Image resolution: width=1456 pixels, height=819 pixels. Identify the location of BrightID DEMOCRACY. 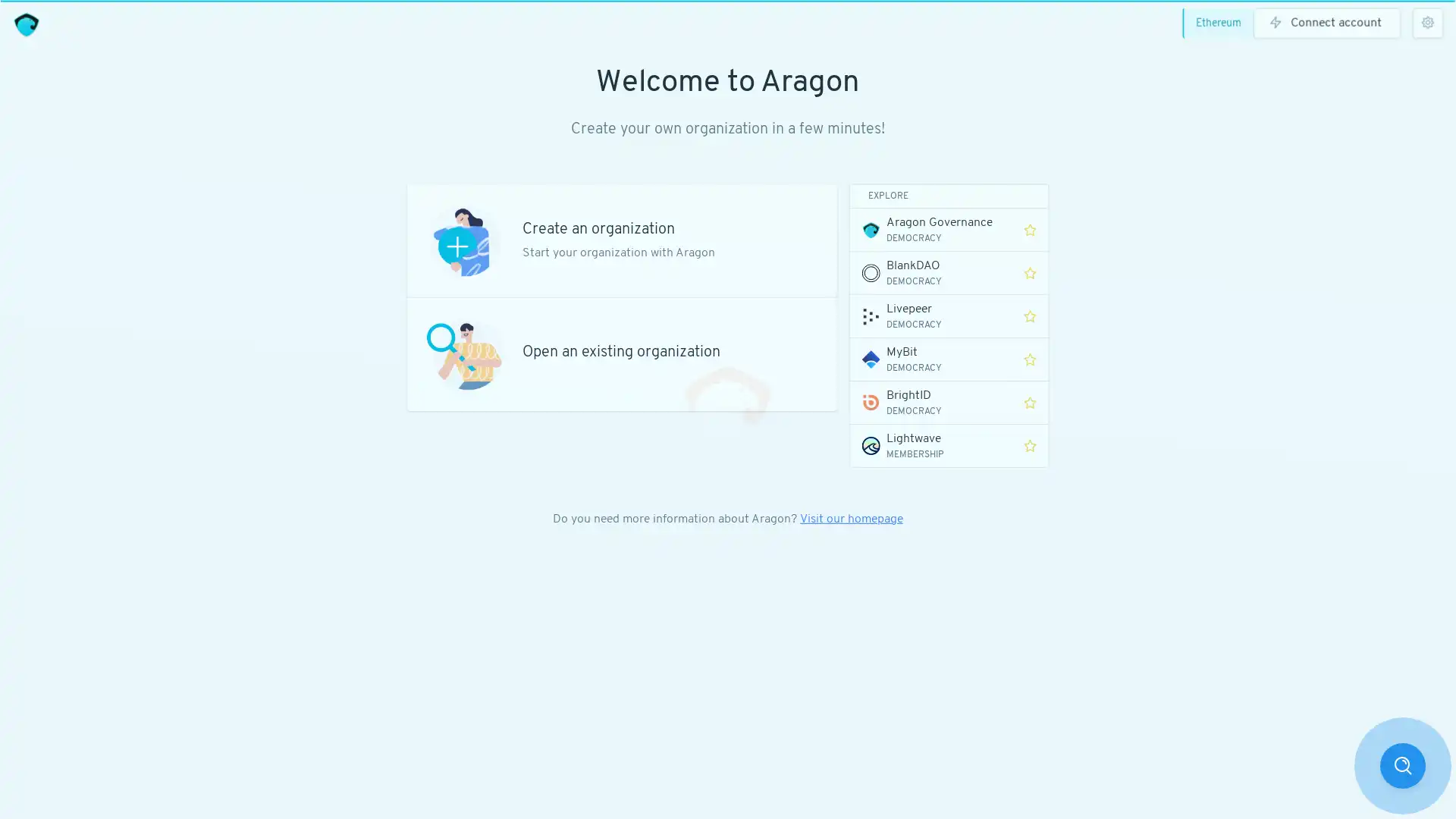
(930, 402).